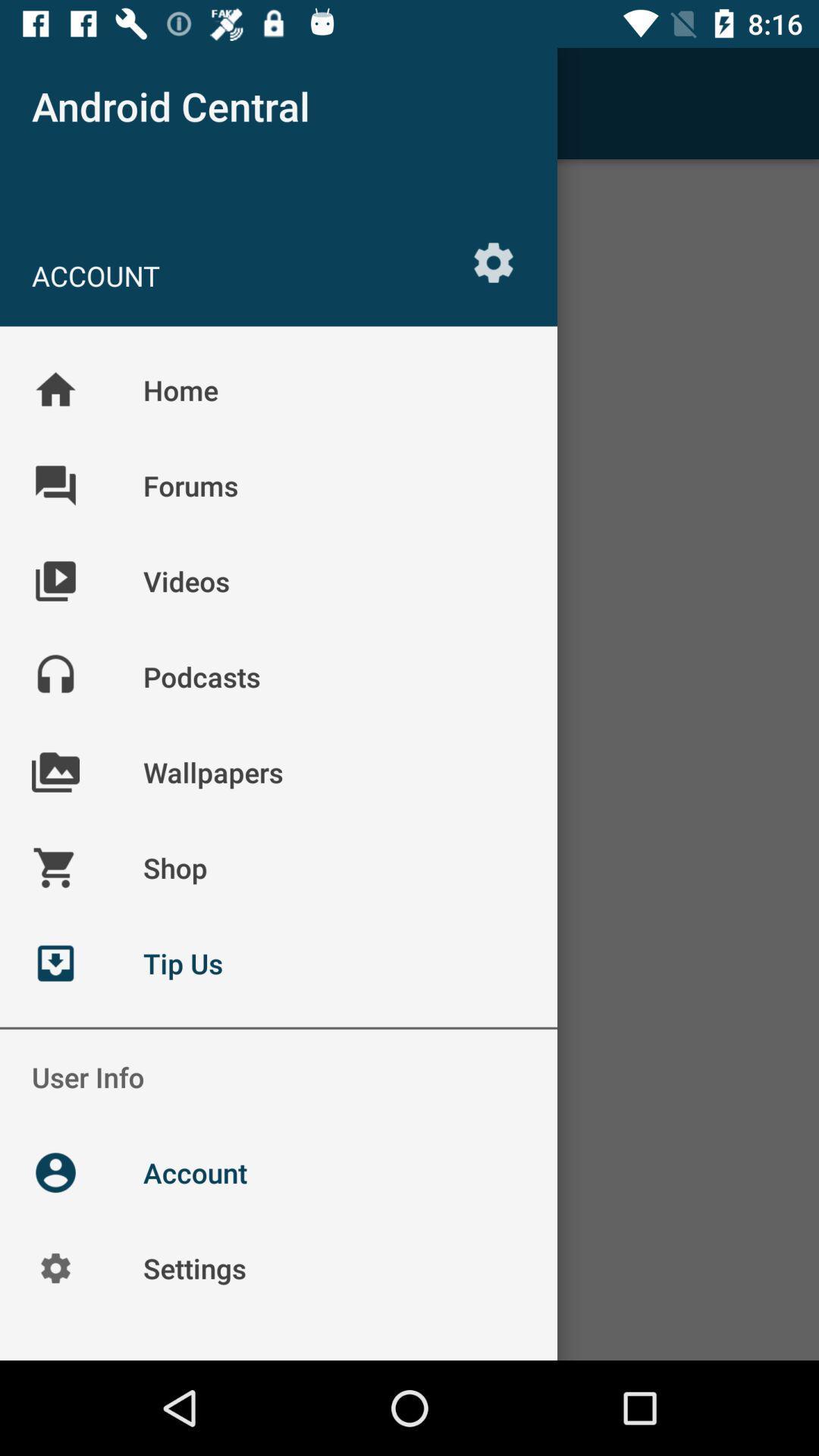  Describe the element at coordinates (494, 262) in the screenshot. I see `item next to account icon` at that location.